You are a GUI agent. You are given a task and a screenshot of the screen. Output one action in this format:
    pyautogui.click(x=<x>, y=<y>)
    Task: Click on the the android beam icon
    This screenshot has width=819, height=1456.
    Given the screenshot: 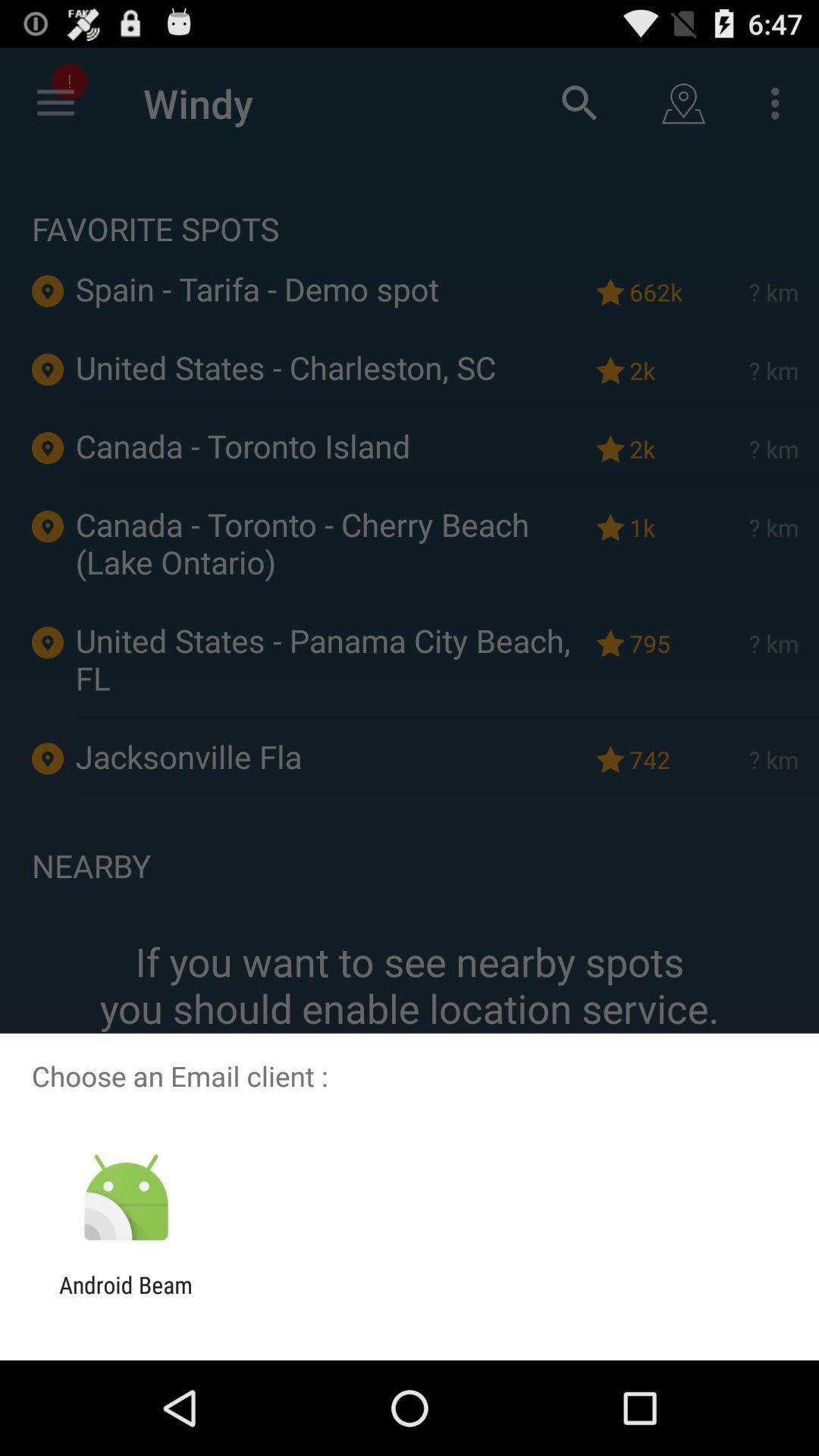 What is the action you would take?
    pyautogui.click(x=125, y=1298)
    